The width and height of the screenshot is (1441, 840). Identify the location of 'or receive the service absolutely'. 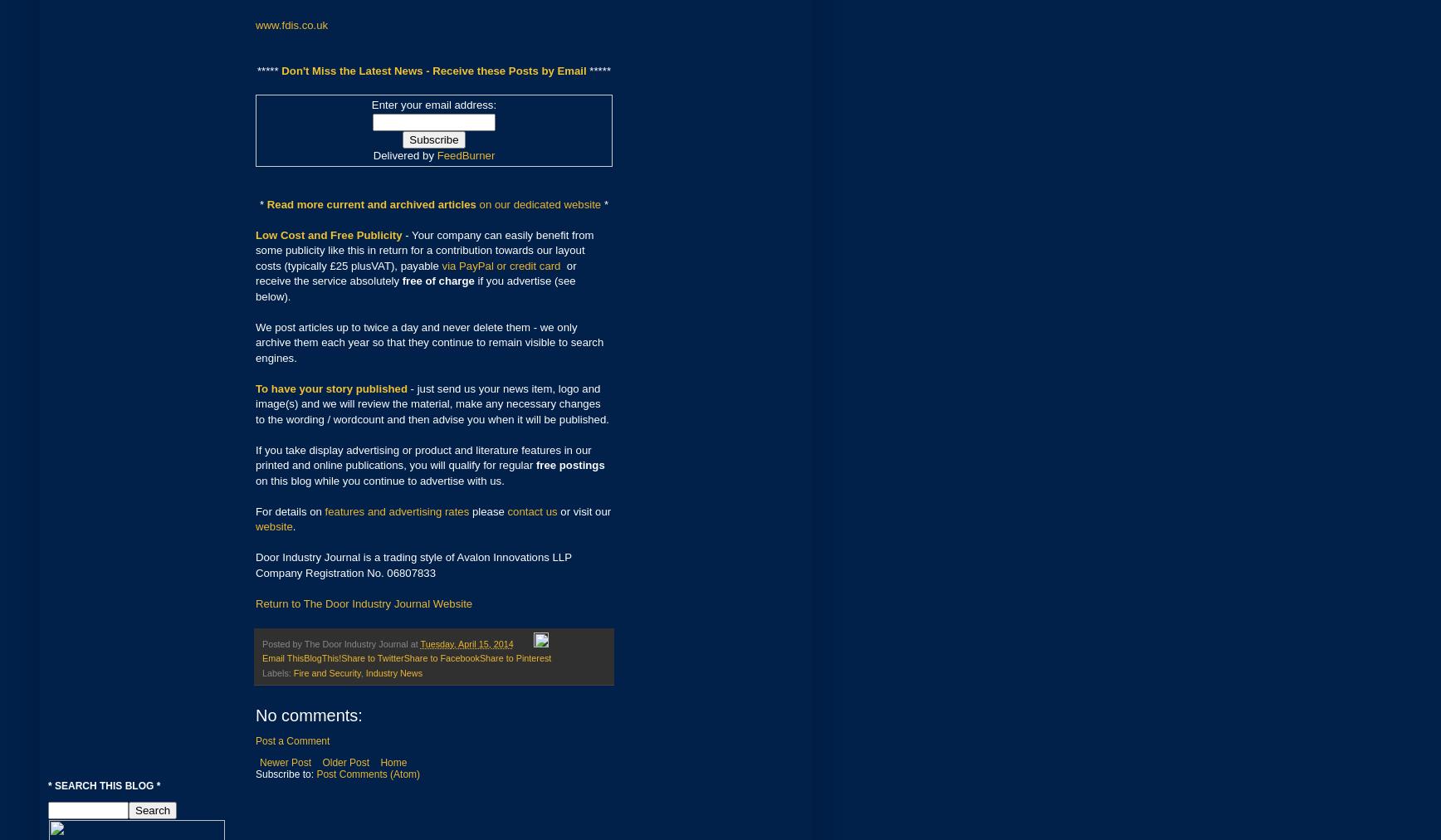
(416, 272).